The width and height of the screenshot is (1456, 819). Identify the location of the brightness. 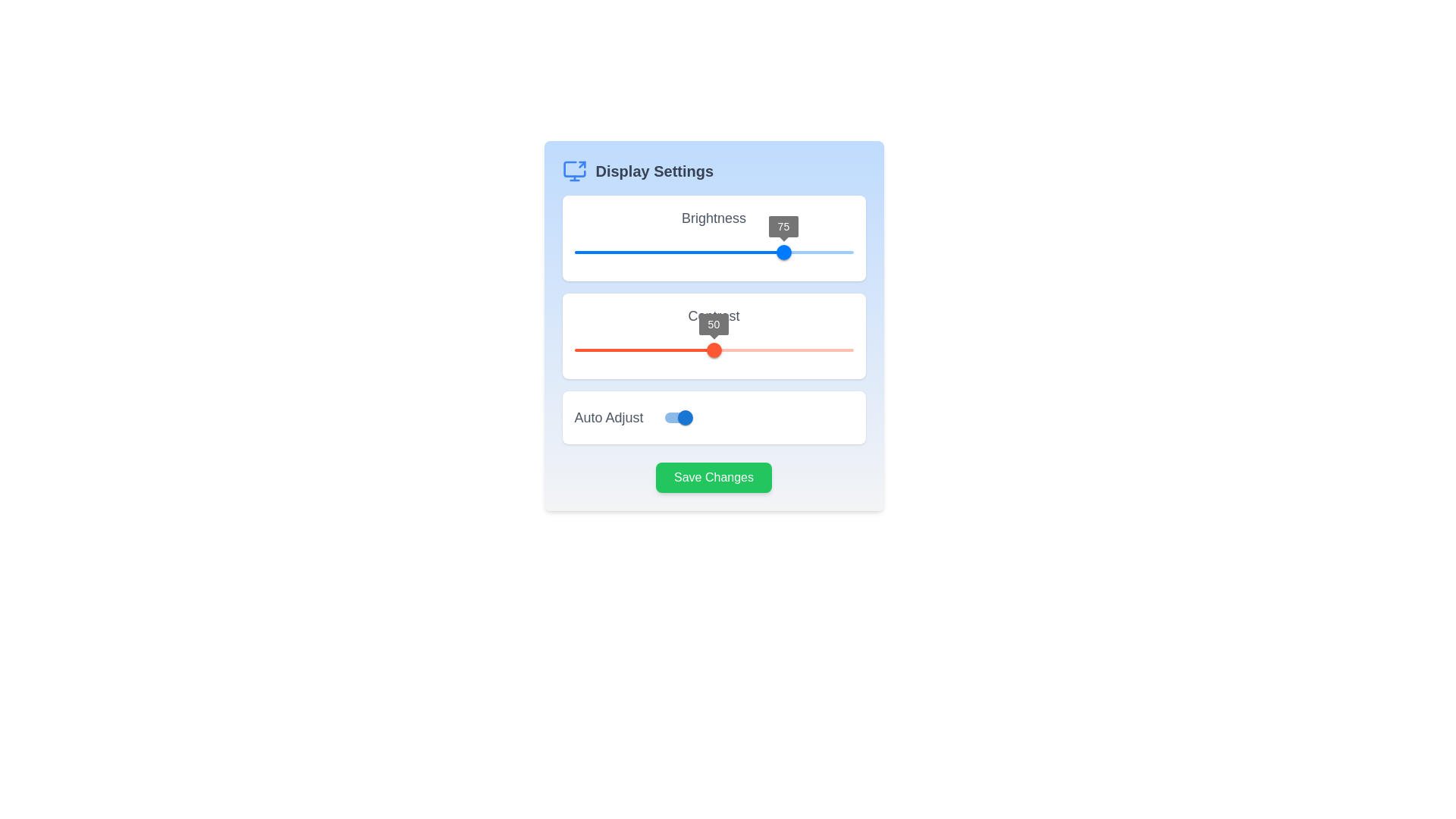
(820, 251).